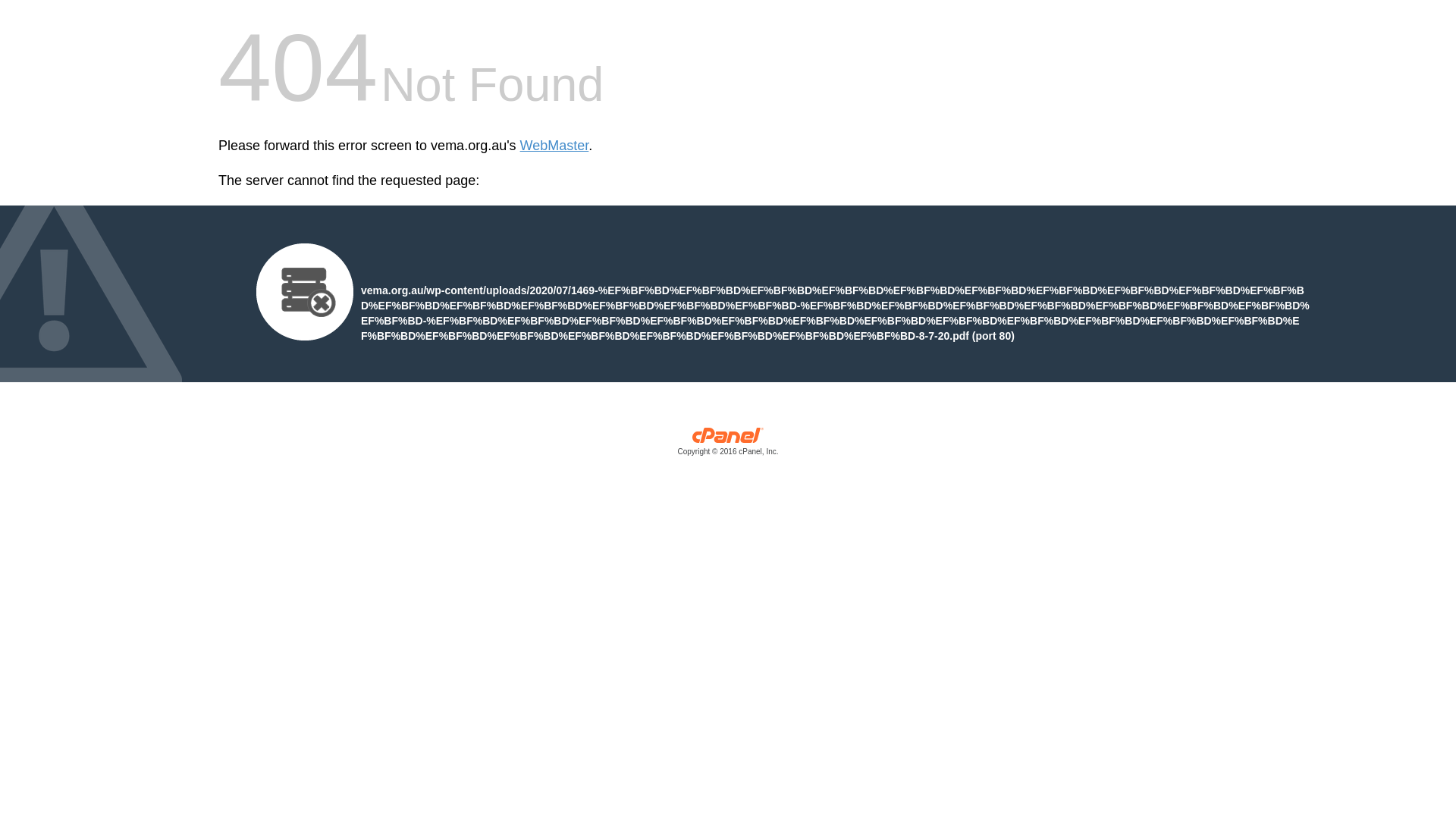  What do you see at coordinates (554, 146) in the screenshot?
I see `'WebMaster'` at bounding box center [554, 146].